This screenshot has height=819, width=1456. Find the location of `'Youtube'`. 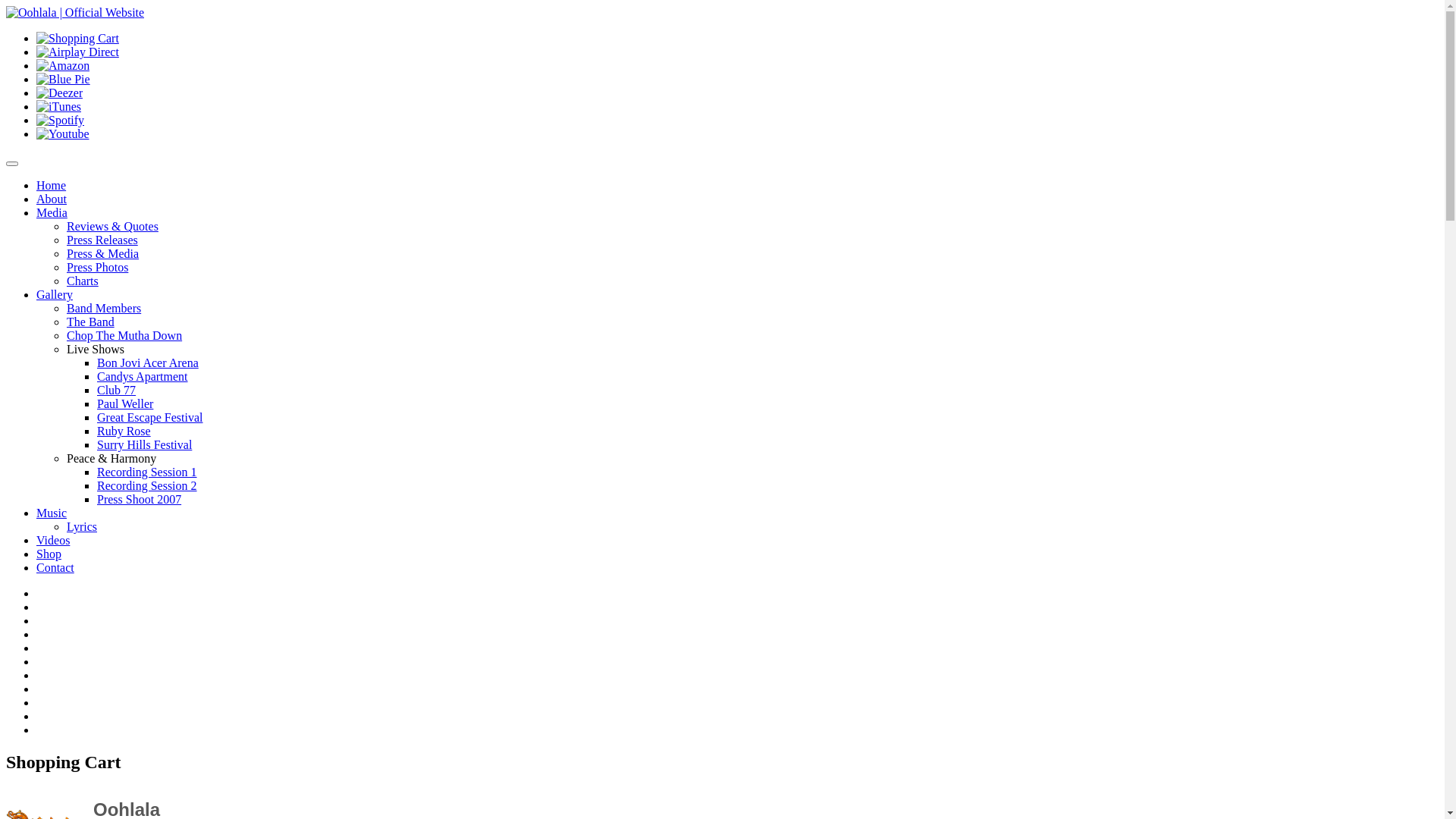

'Youtube' is located at coordinates (61, 133).